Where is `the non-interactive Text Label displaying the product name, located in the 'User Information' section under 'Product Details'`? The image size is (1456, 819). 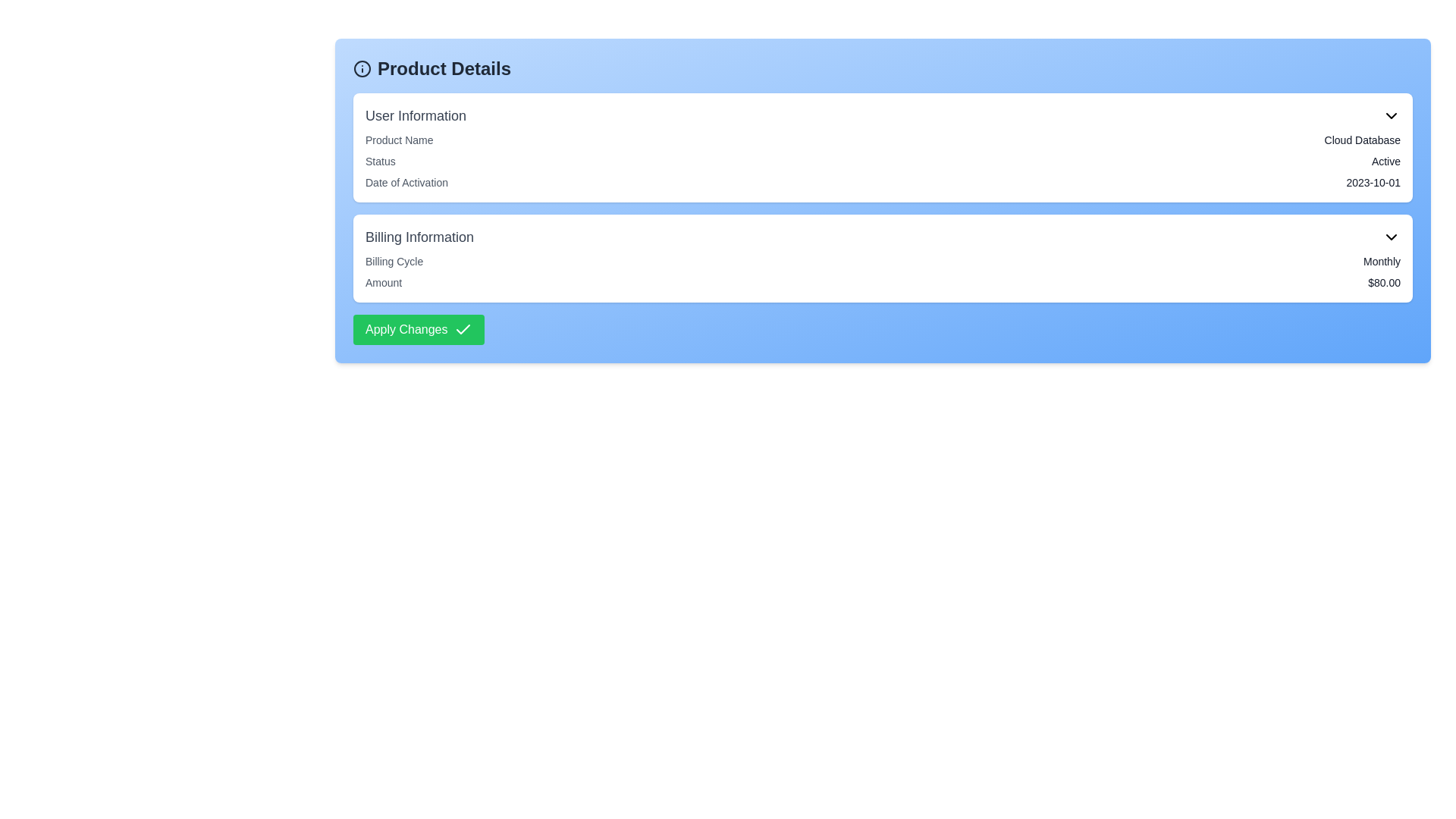 the non-interactive Text Label displaying the product name, located in the 'User Information' section under 'Product Details' is located at coordinates (1362, 140).